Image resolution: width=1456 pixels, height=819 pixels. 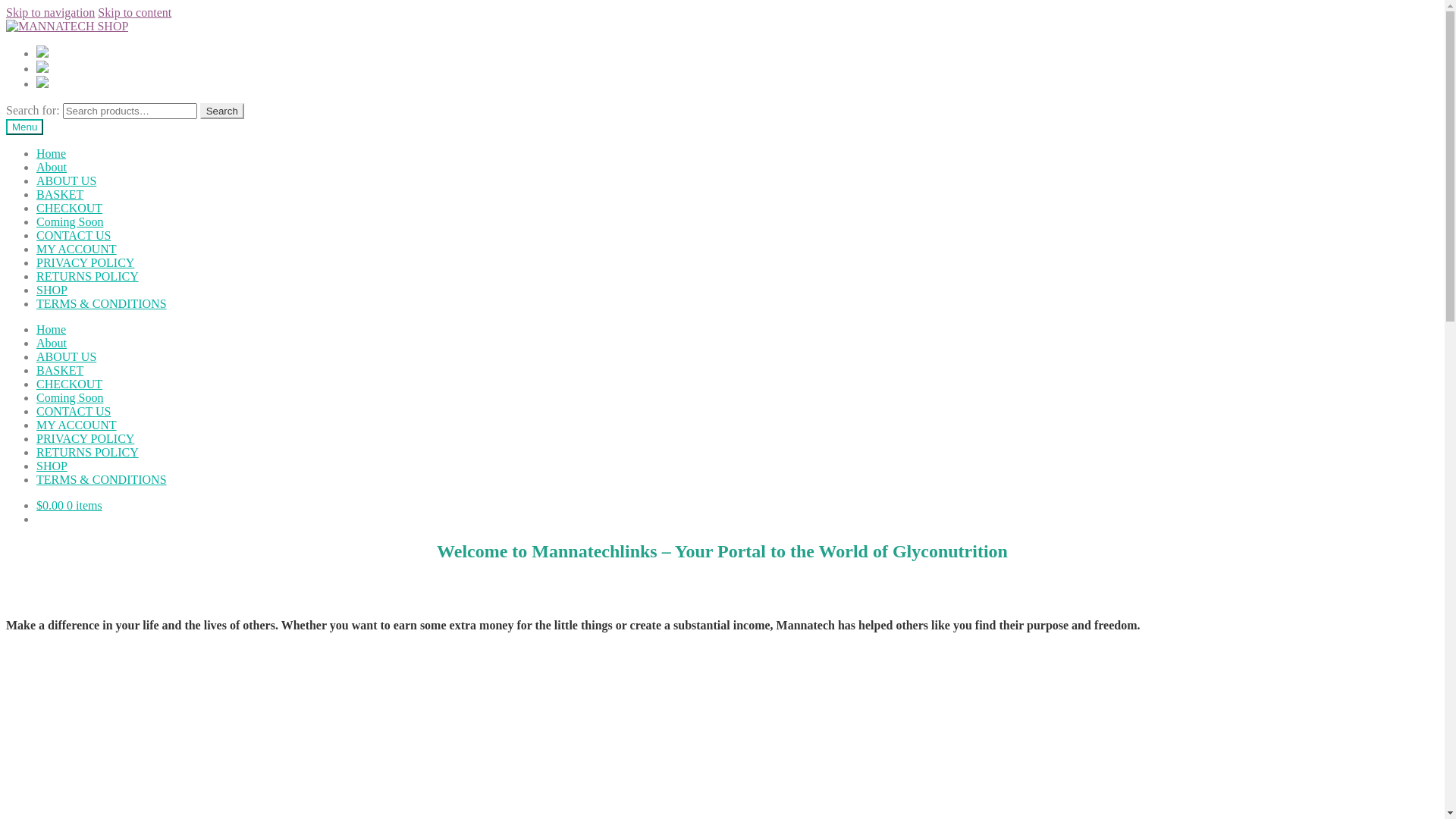 I want to click on '$0.00 0 items', so click(x=68, y=505).